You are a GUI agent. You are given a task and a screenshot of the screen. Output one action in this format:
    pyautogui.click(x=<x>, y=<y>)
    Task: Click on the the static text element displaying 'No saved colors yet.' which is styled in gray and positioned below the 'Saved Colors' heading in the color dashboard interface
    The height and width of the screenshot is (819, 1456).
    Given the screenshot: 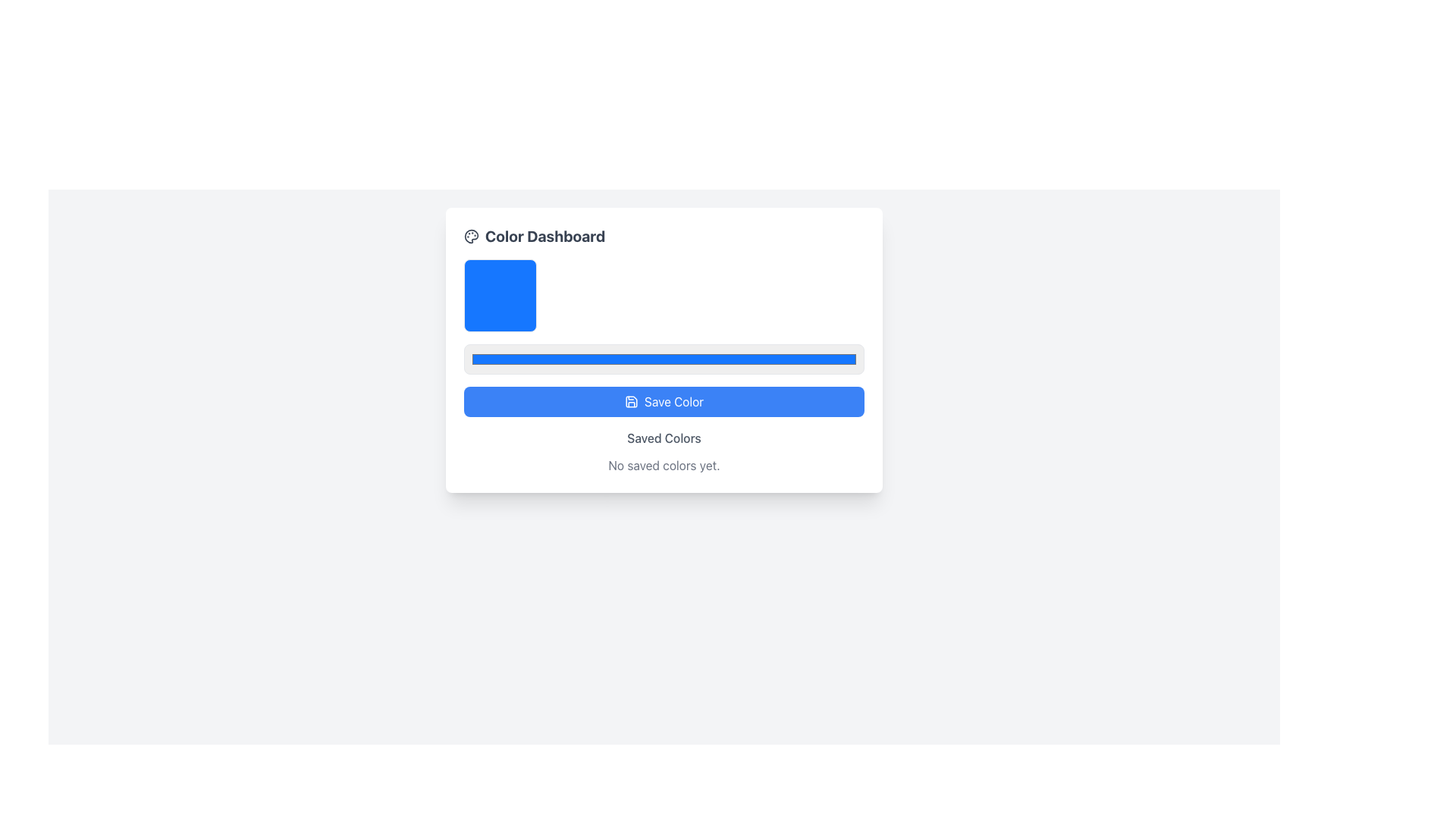 What is the action you would take?
    pyautogui.click(x=664, y=464)
    